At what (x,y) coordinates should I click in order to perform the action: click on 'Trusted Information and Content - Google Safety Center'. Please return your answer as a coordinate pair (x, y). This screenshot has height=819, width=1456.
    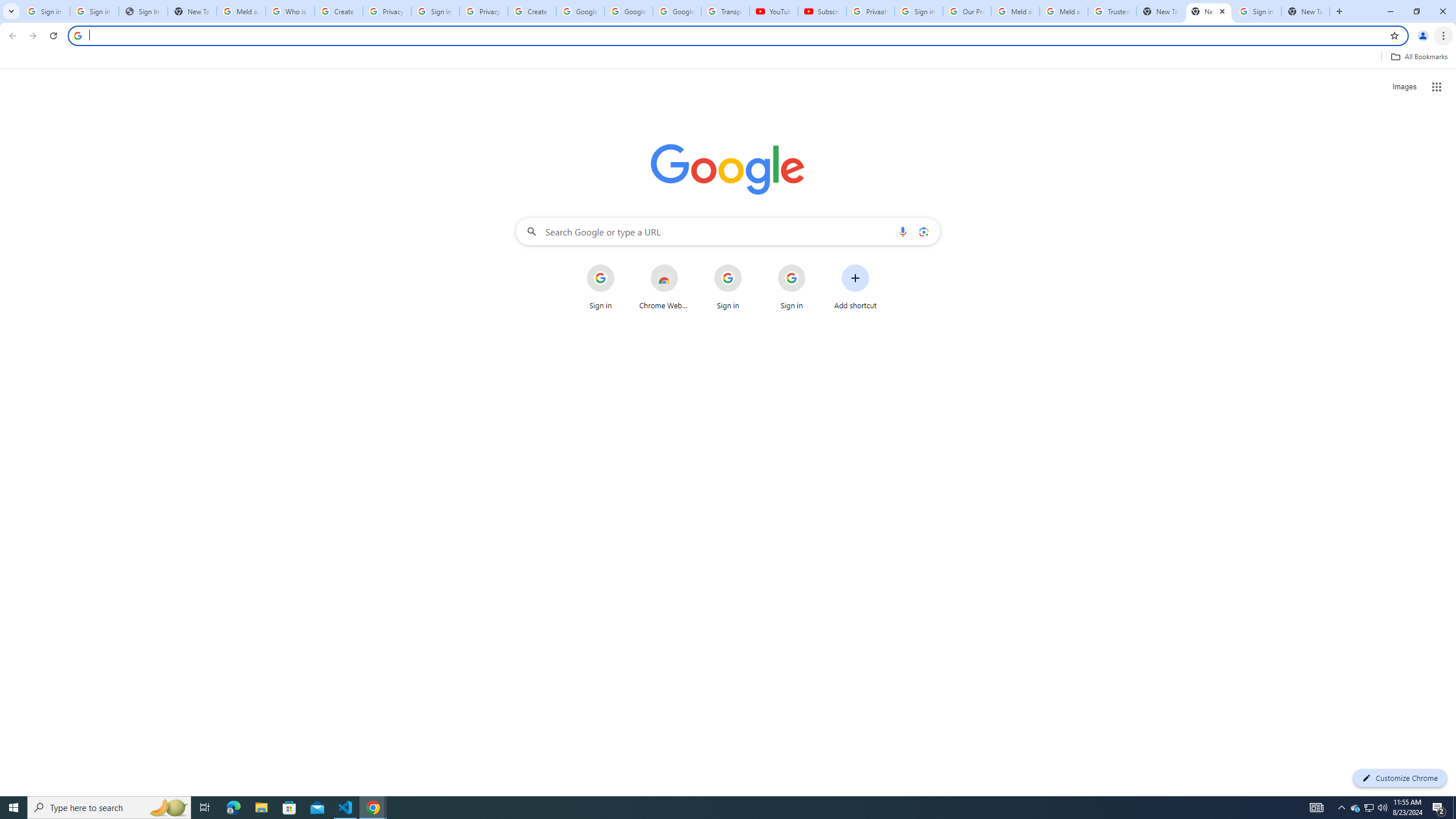
    Looking at the image, I should click on (1111, 11).